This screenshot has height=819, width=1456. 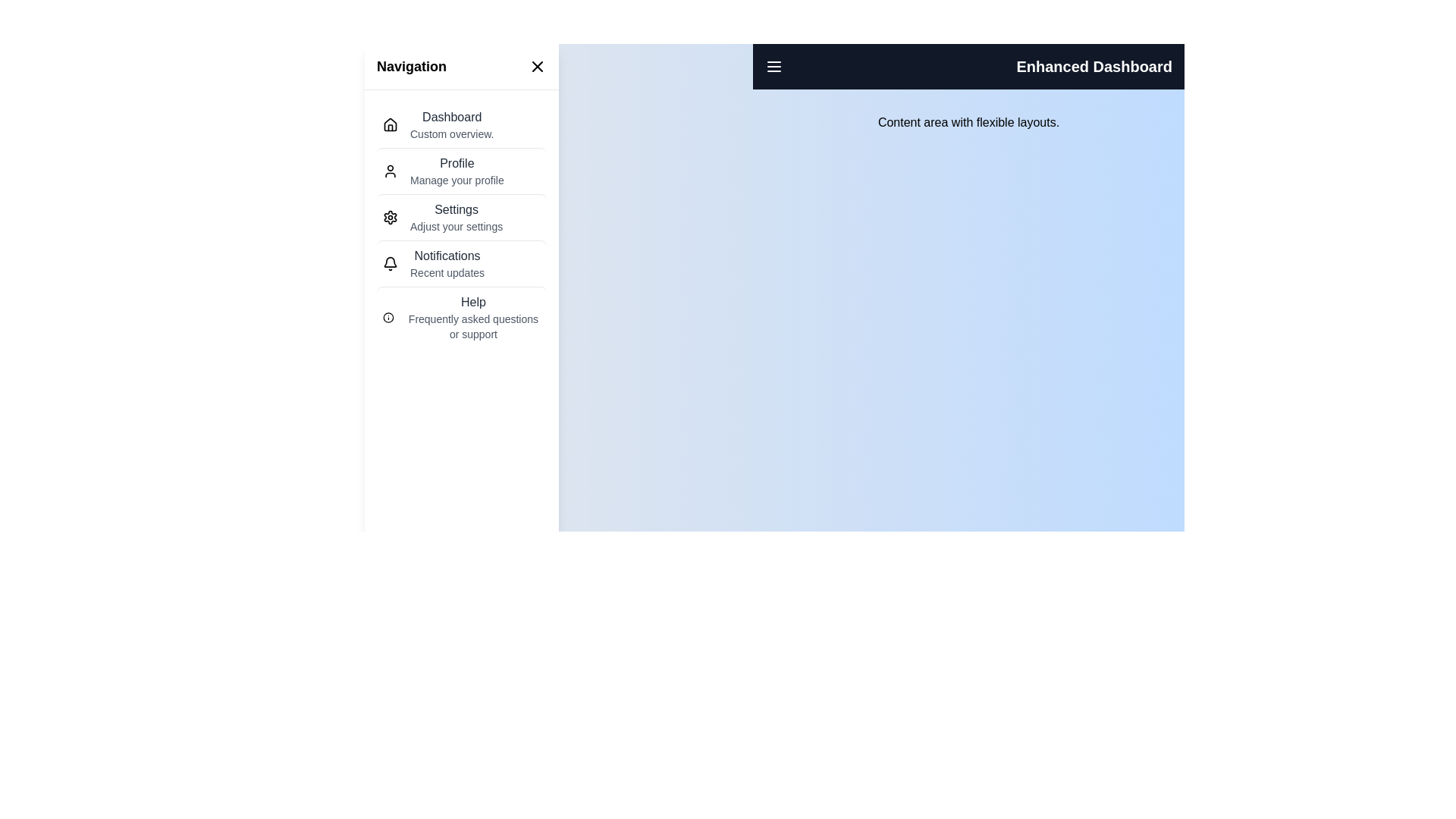 I want to click on the fourth item in the vertical list of the sidebar navigation menu, so click(x=461, y=262).